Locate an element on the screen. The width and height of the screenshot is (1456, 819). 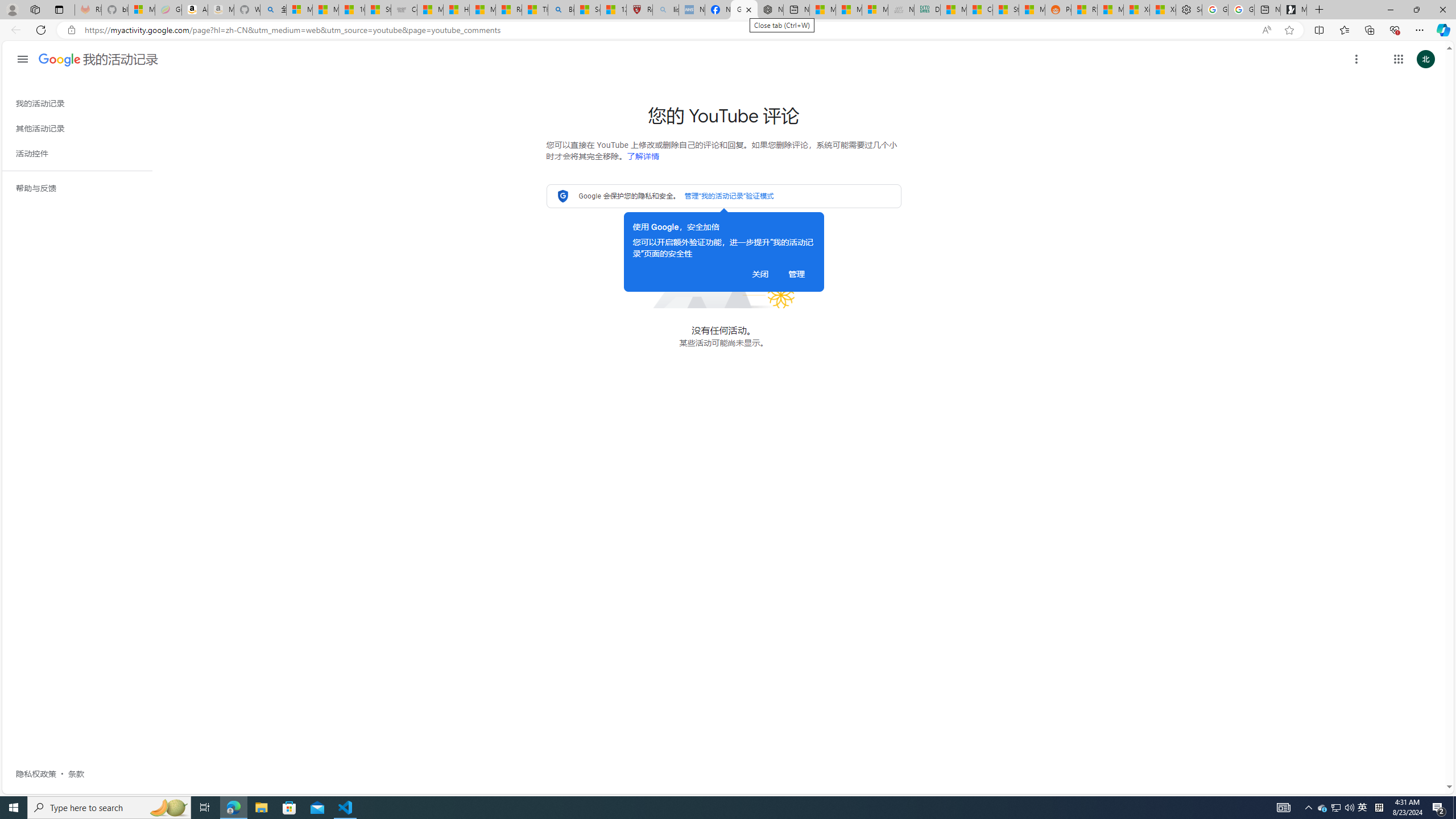
'Stocks - MSN' is located at coordinates (1006, 9).